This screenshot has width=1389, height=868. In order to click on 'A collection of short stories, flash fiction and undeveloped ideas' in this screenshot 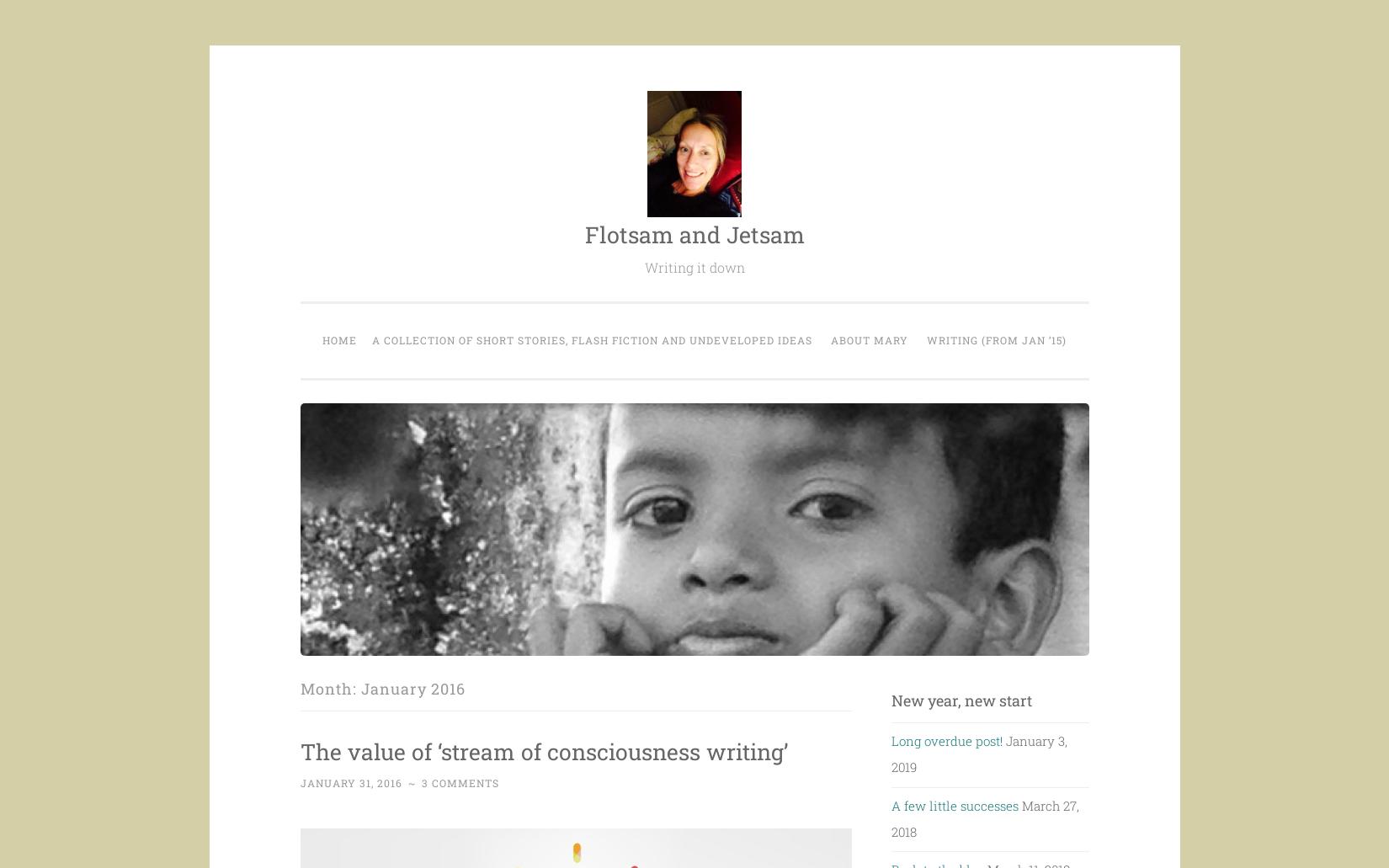, I will do `click(591, 339)`.